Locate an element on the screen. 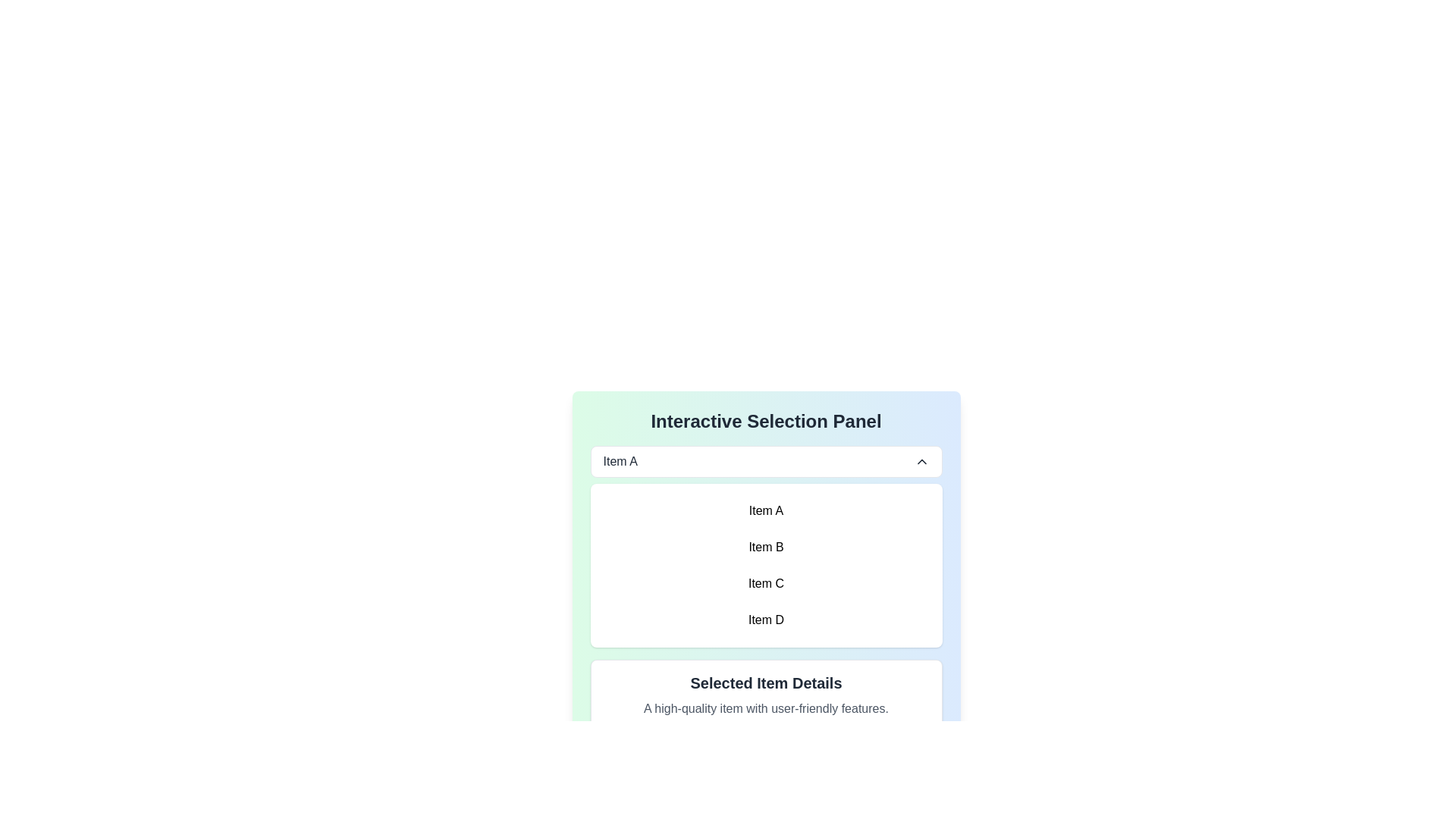 The width and height of the screenshot is (1456, 819). the title text label of the selection panel located above the dropdown field labeled 'Item A.' is located at coordinates (766, 421).